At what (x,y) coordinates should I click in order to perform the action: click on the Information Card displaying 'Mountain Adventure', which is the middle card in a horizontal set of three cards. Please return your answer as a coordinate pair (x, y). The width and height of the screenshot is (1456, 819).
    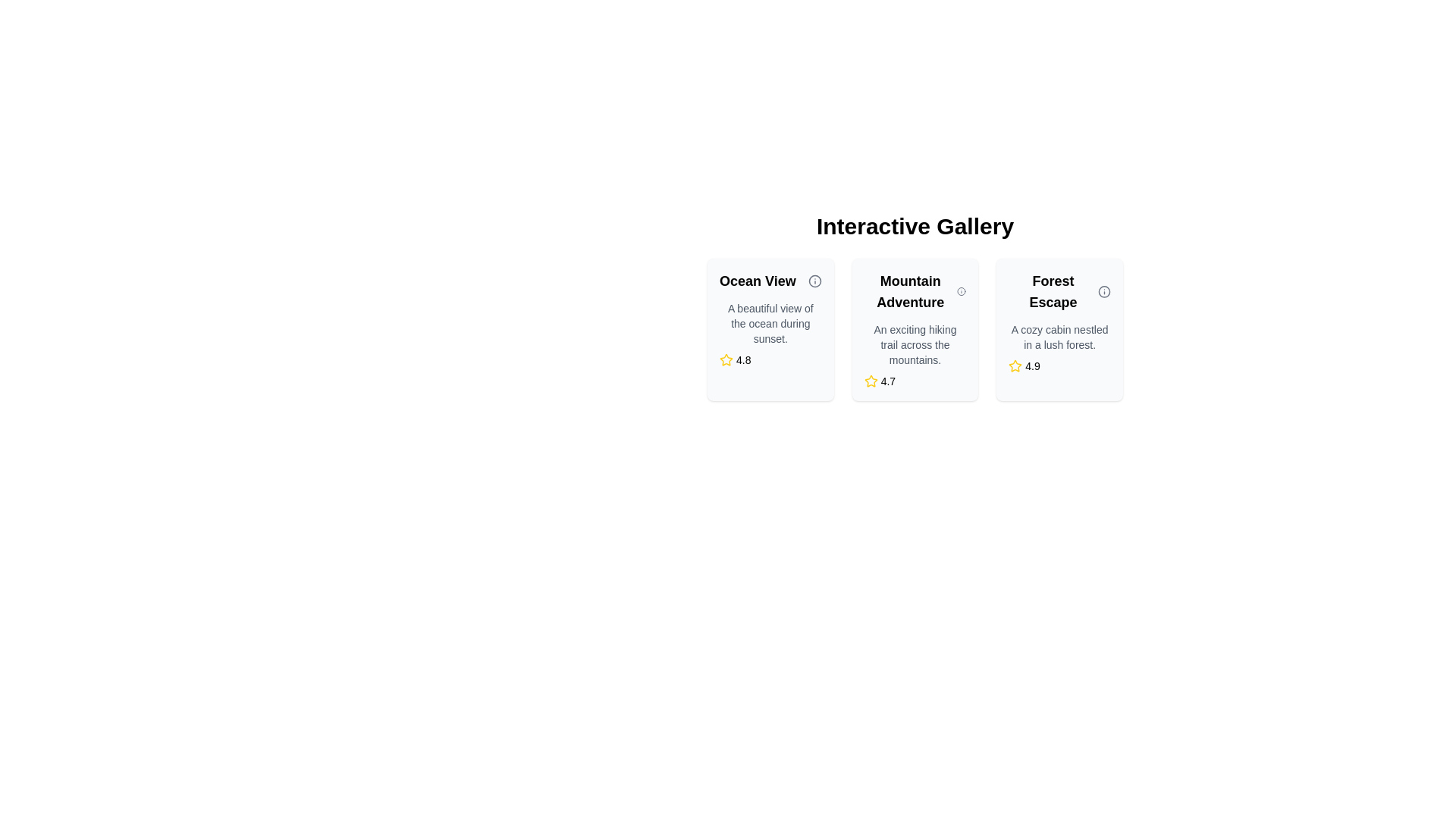
    Looking at the image, I should click on (914, 307).